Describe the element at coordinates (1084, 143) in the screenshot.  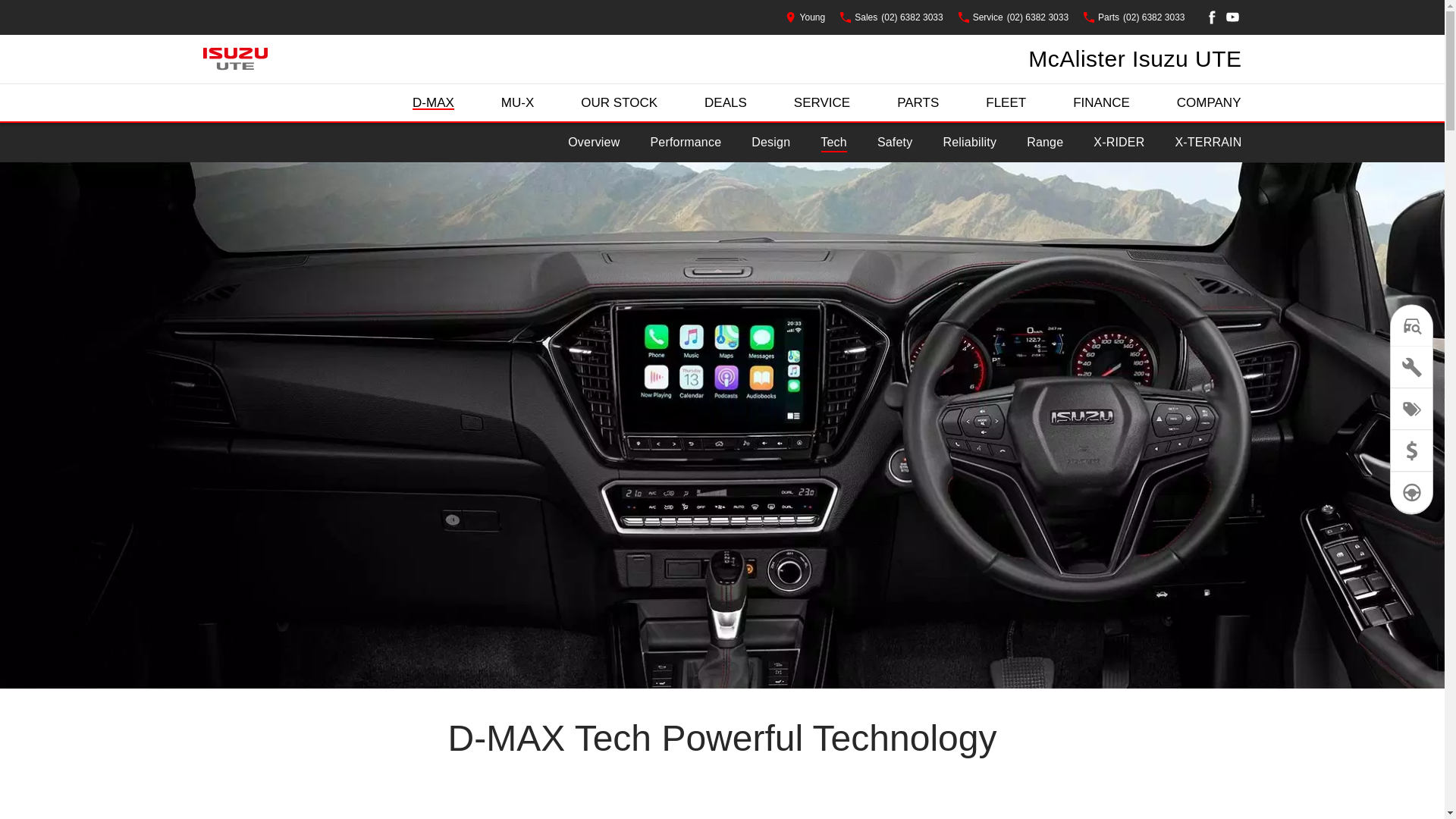
I see `'X-RIDER'` at that location.